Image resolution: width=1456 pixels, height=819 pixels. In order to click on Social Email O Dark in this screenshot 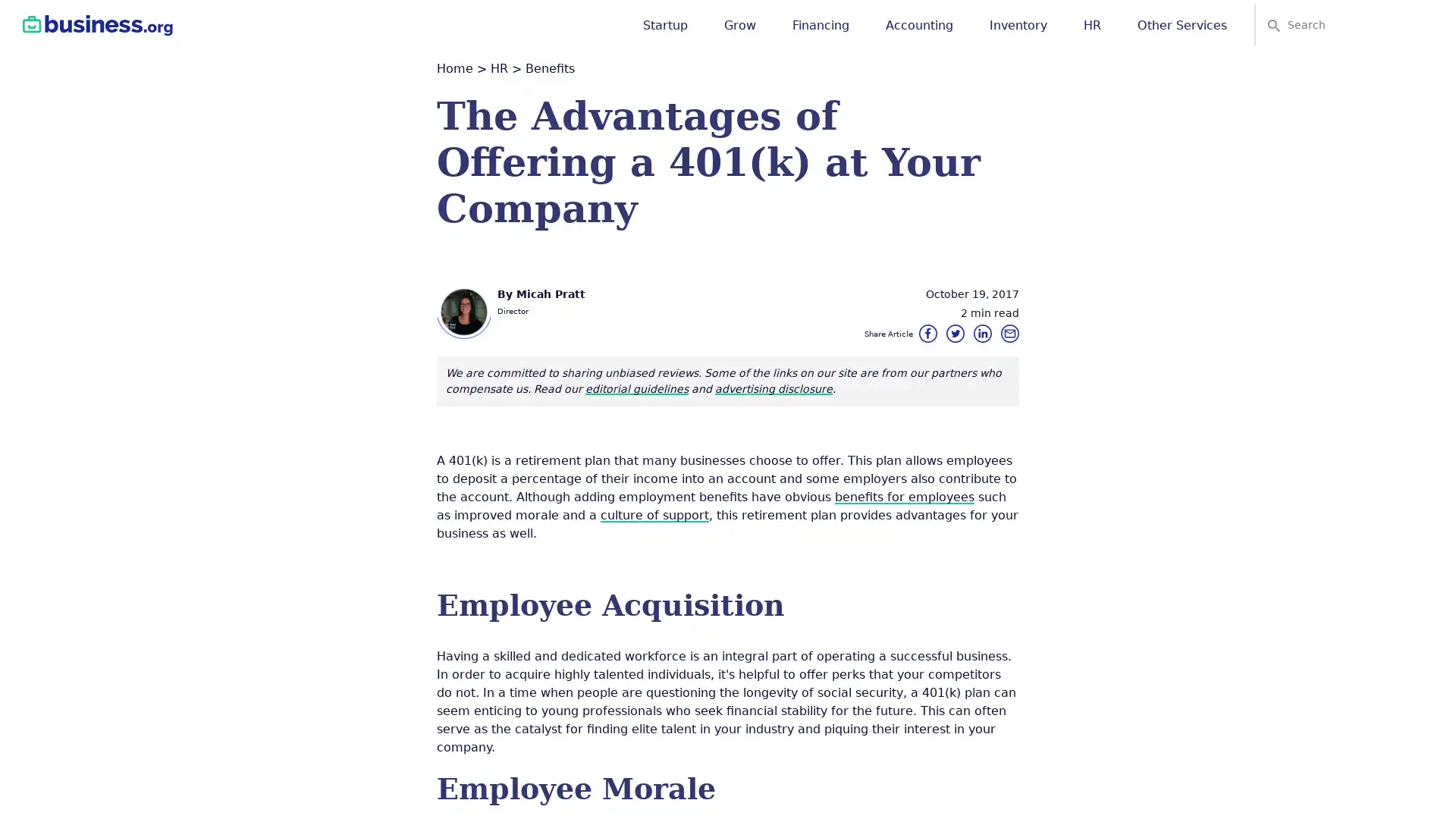, I will do `click(1009, 332)`.